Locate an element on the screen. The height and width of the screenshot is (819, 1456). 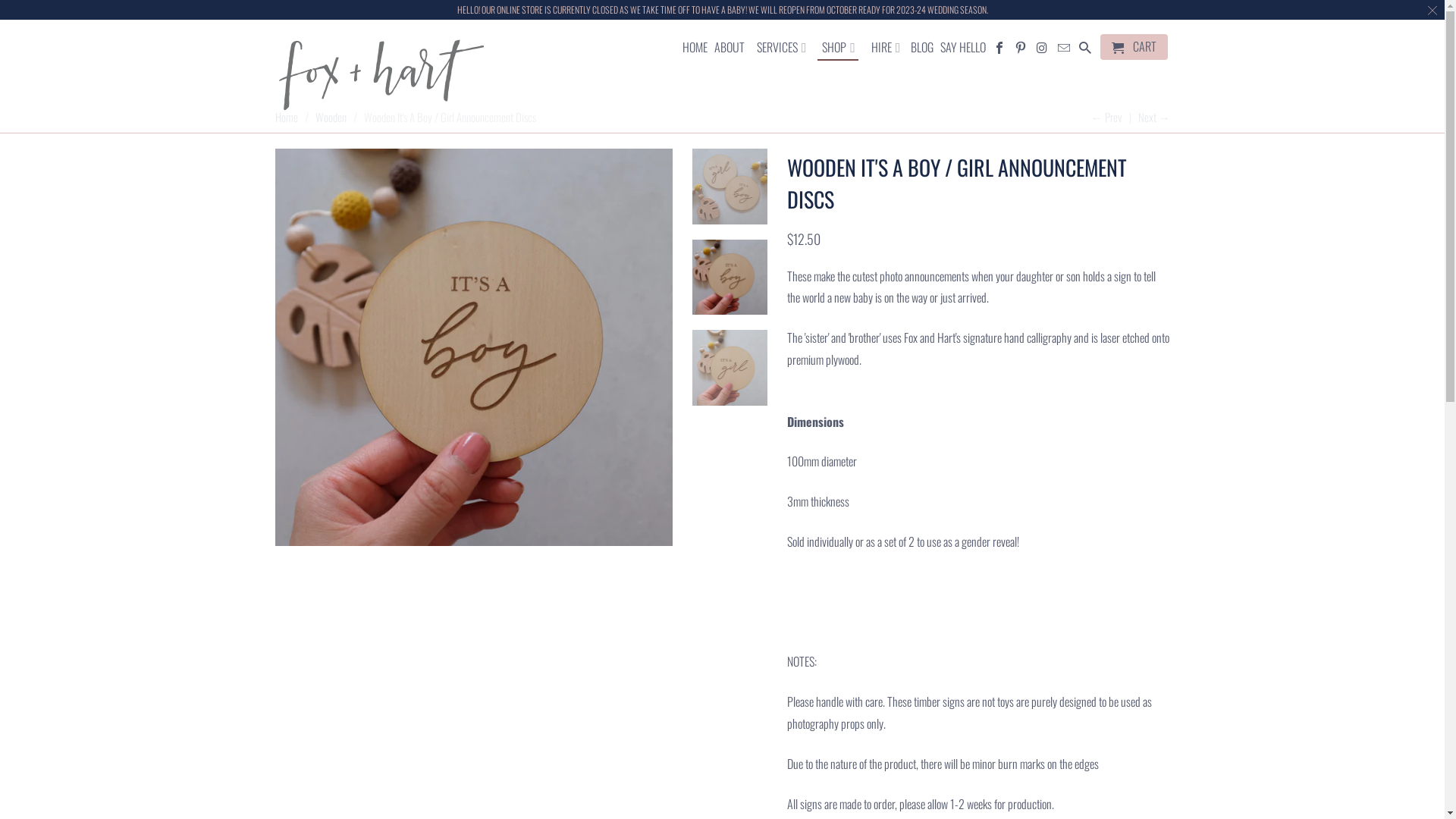
'Search' is located at coordinates (1085, 49).